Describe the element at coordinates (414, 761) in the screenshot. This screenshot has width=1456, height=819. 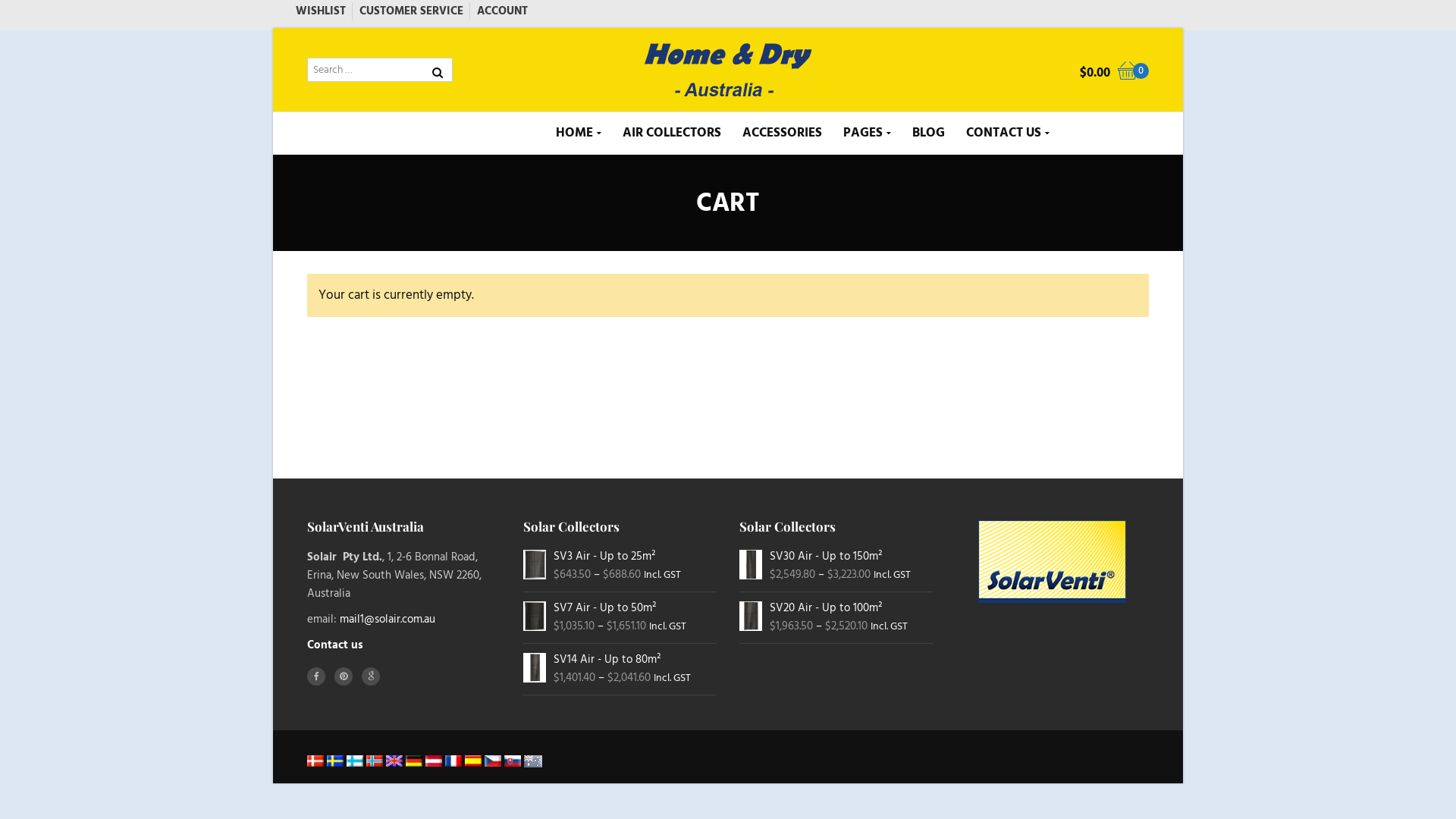
I see `'Deutschland'` at that location.